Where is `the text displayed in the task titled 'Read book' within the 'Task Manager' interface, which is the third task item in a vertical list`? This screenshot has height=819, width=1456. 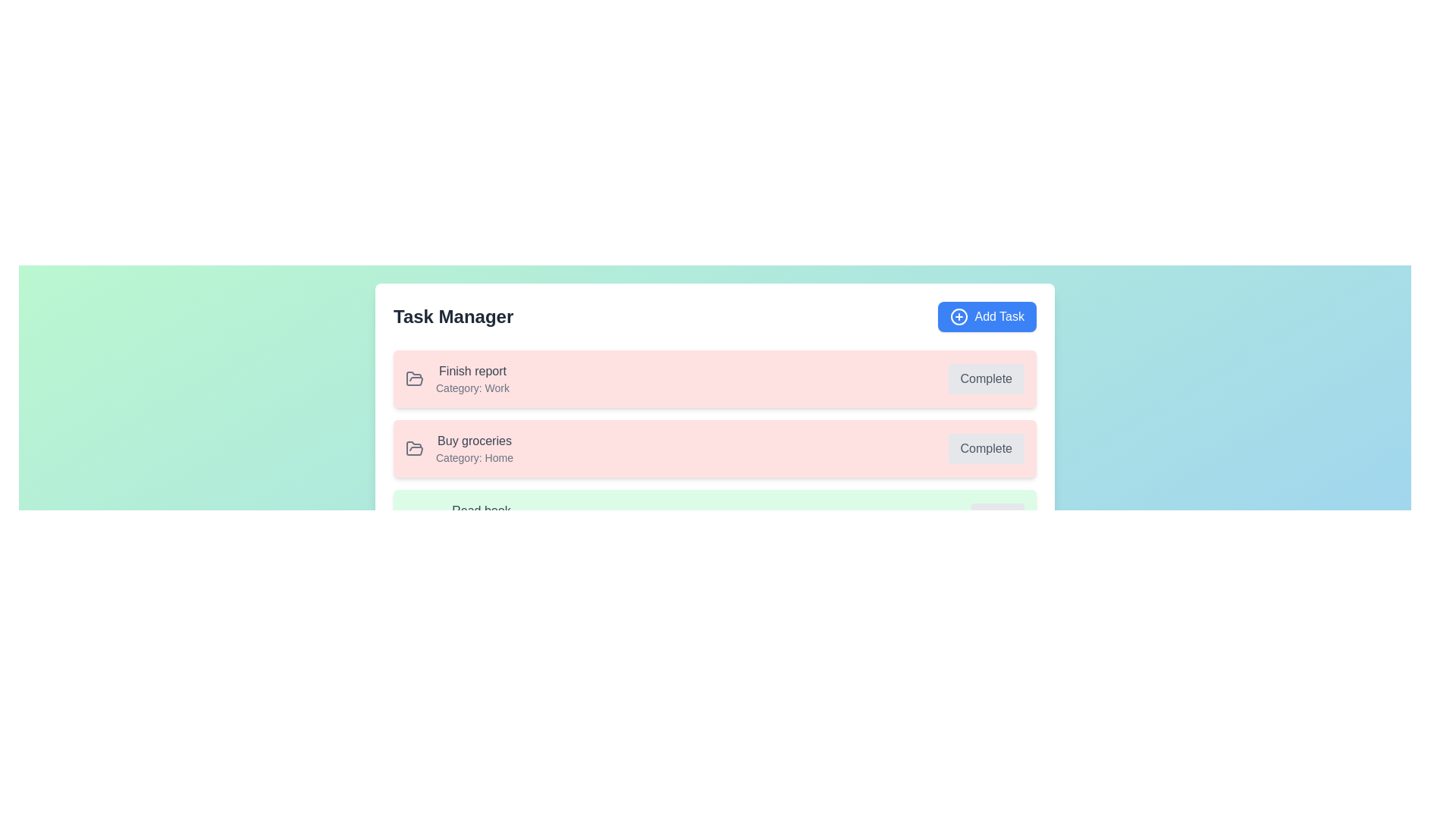
the text displayed in the task titled 'Read book' within the 'Task Manager' interface, which is the third task item in a vertical list is located at coordinates (479, 517).